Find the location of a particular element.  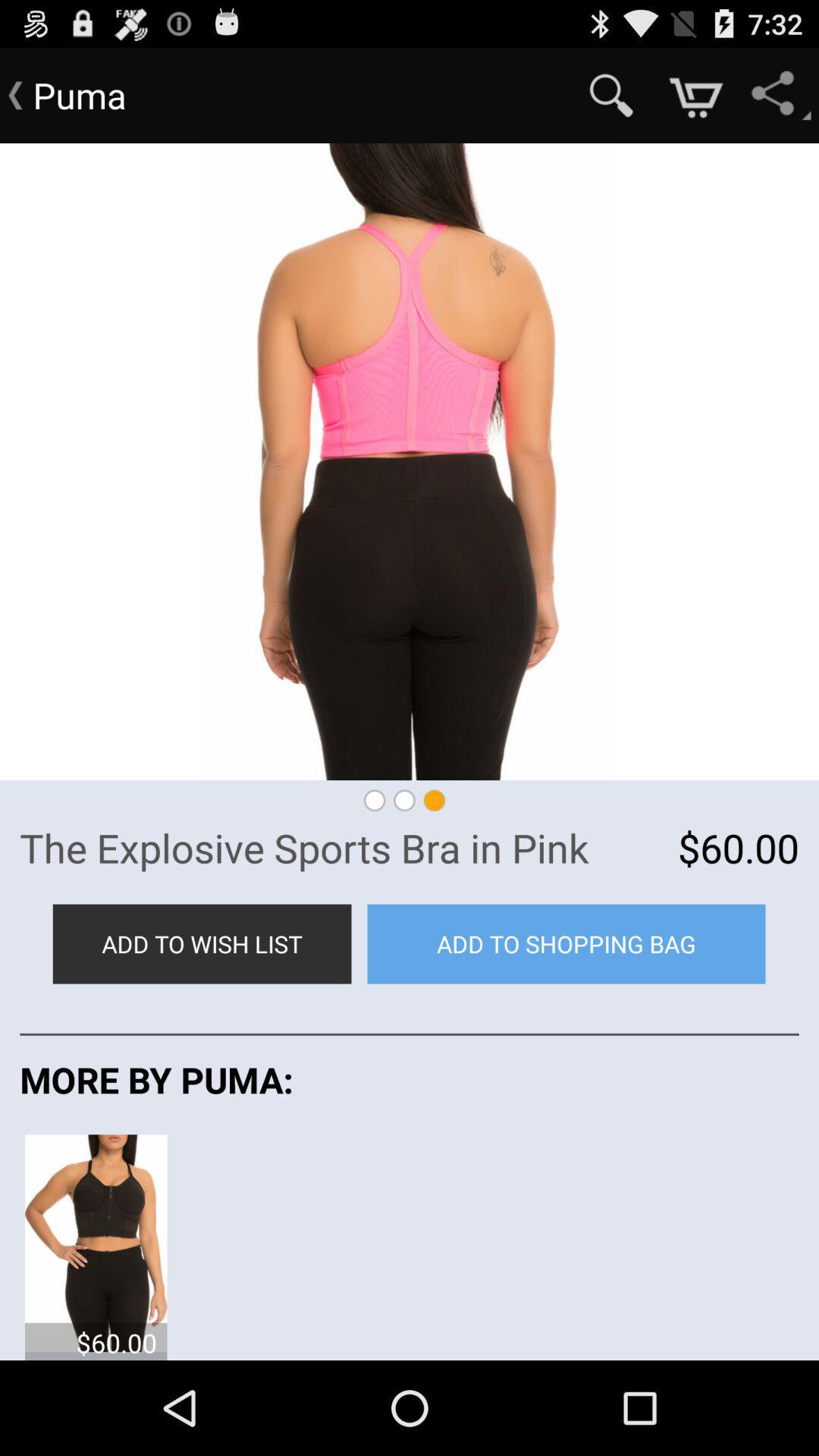

app next to puma app is located at coordinates (610, 94).